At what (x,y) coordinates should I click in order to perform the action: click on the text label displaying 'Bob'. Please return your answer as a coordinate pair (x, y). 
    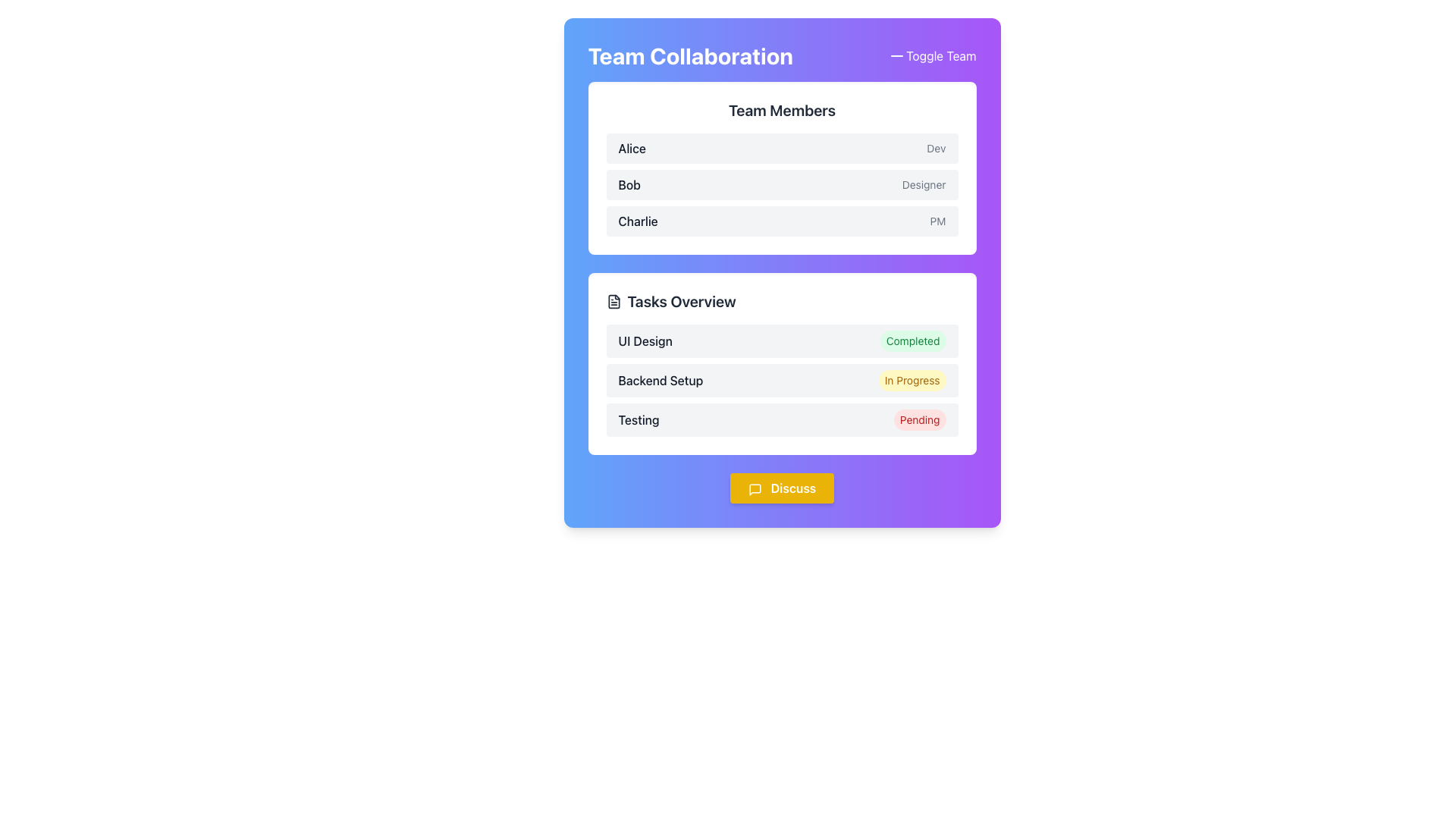
    Looking at the image, I should click on (629, 184).